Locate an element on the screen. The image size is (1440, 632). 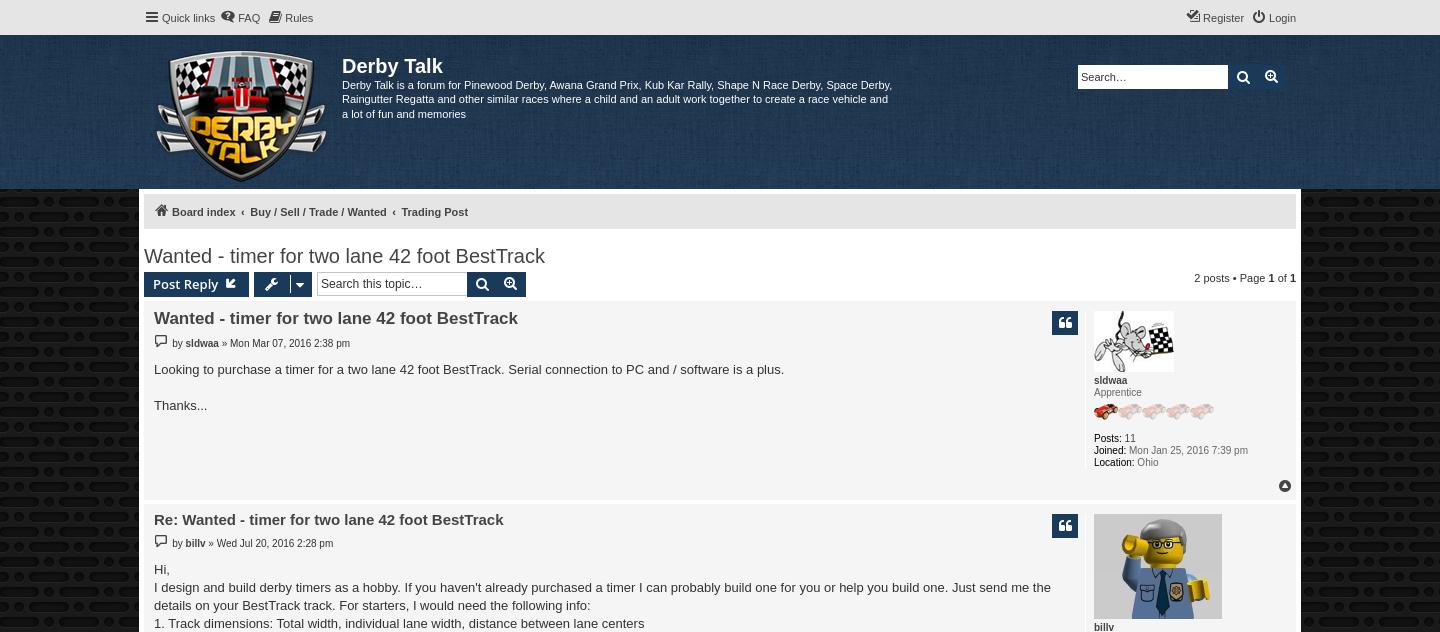
'Hi,' is located at coordinates (160, 567).